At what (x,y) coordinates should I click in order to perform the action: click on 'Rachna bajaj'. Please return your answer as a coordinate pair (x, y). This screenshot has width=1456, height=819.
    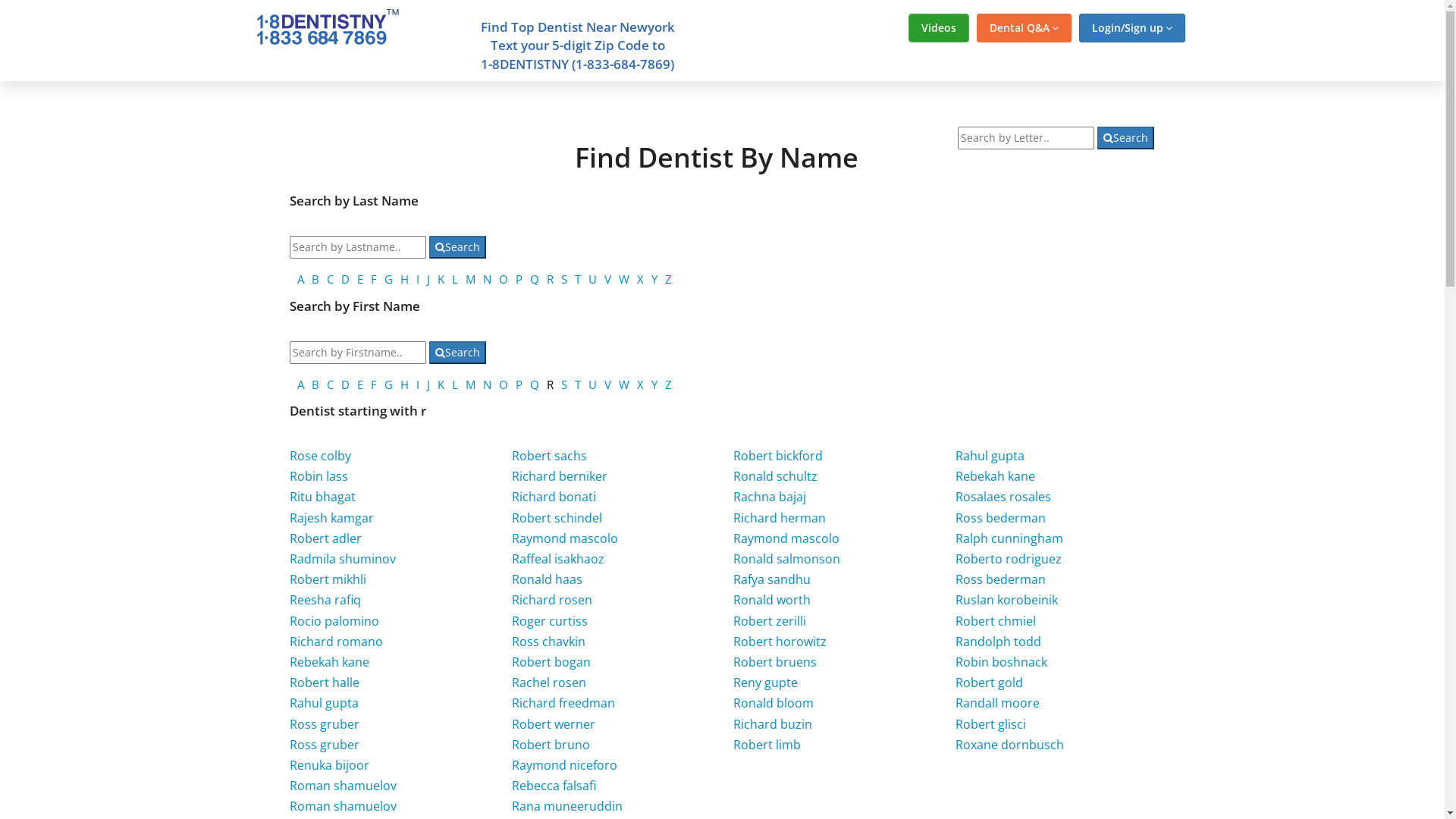
    Looking at the image, I should click on (769, 497).